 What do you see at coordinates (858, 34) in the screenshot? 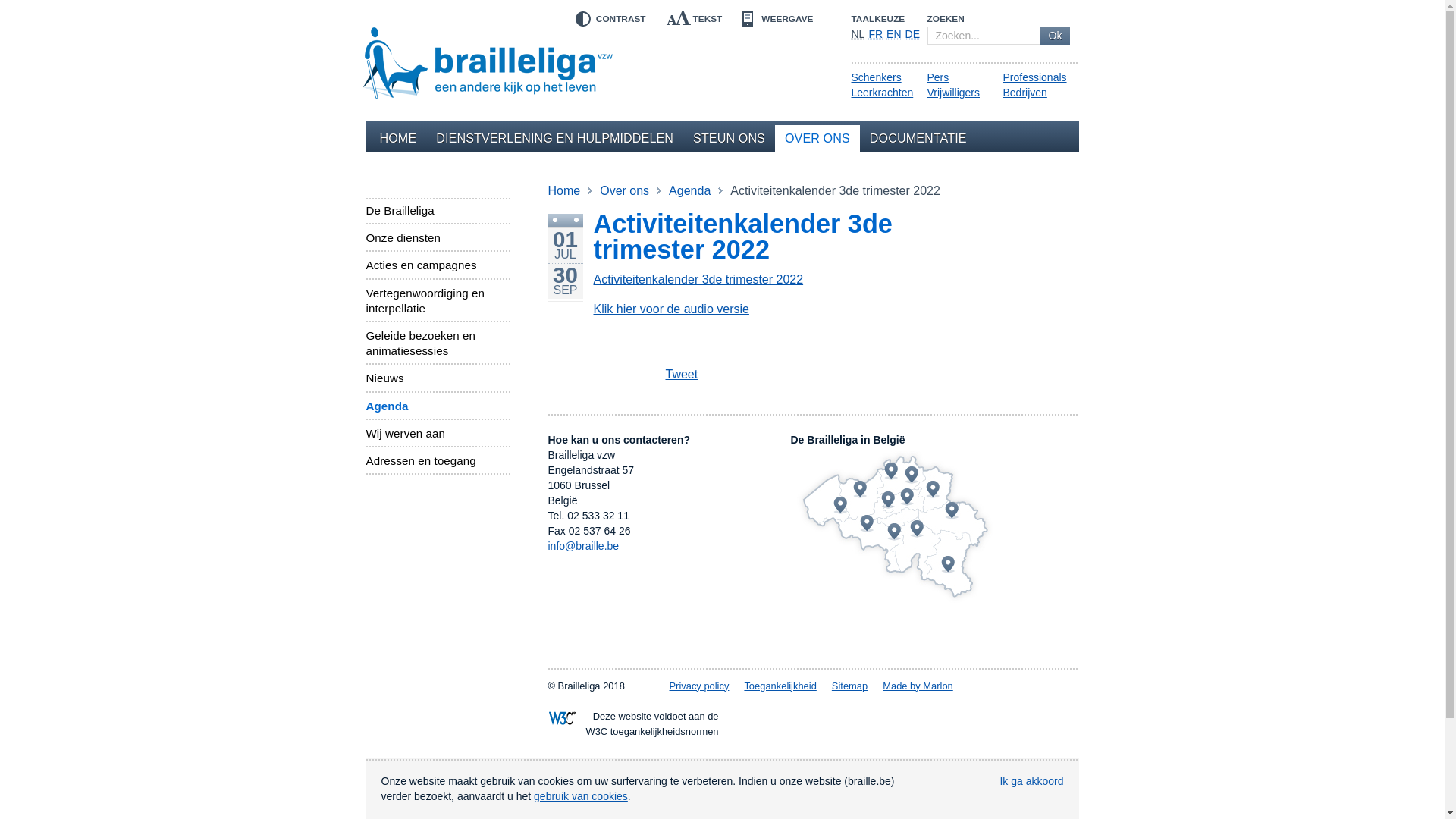
I see `'NL'` at bounding box center [858, 34].